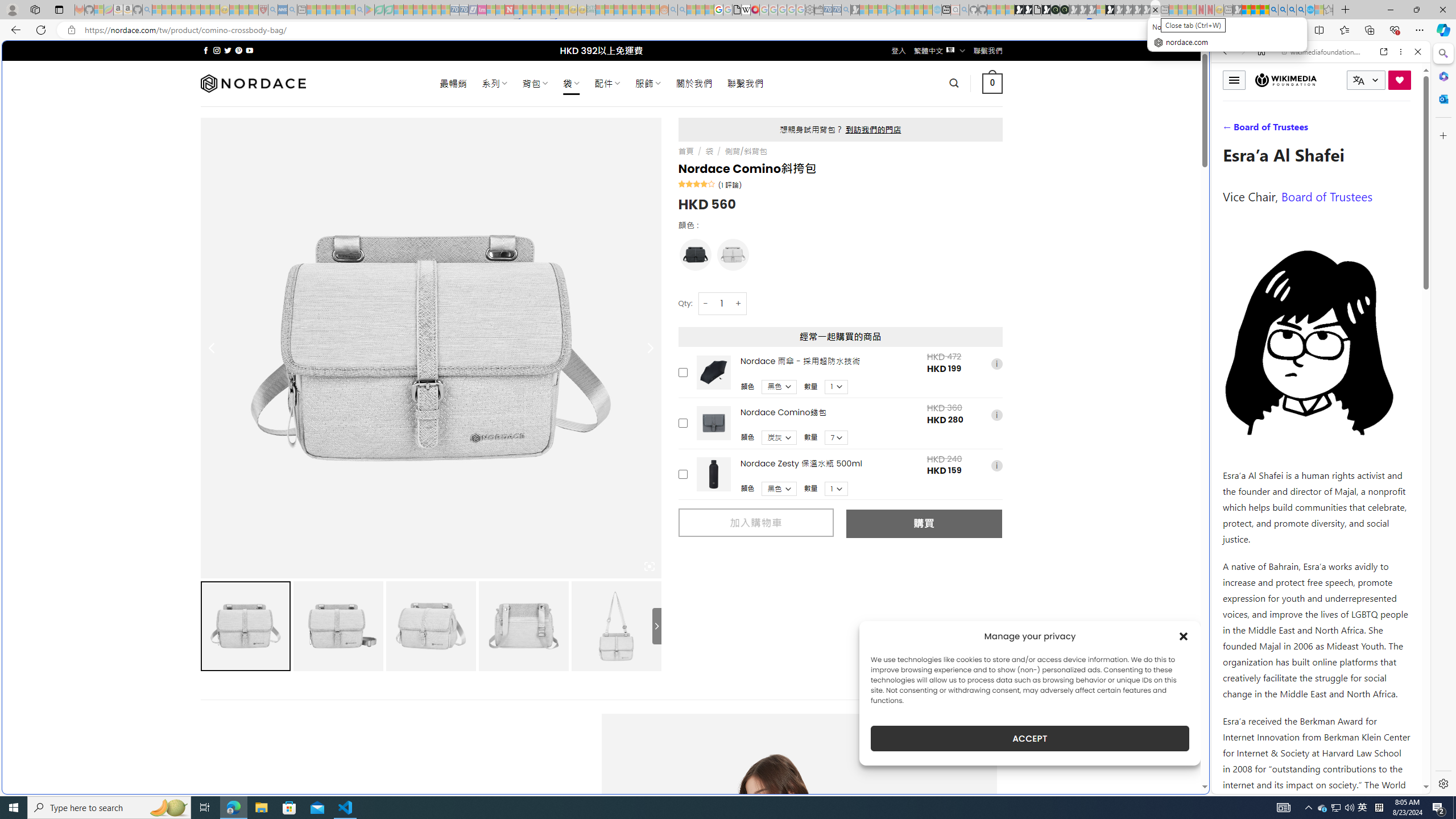 This screenshot has width=1456, height=819. Describe the element at coordinates (1328, 9) in the screenshot. I see `'Favorites - Sleeping'` at that location.